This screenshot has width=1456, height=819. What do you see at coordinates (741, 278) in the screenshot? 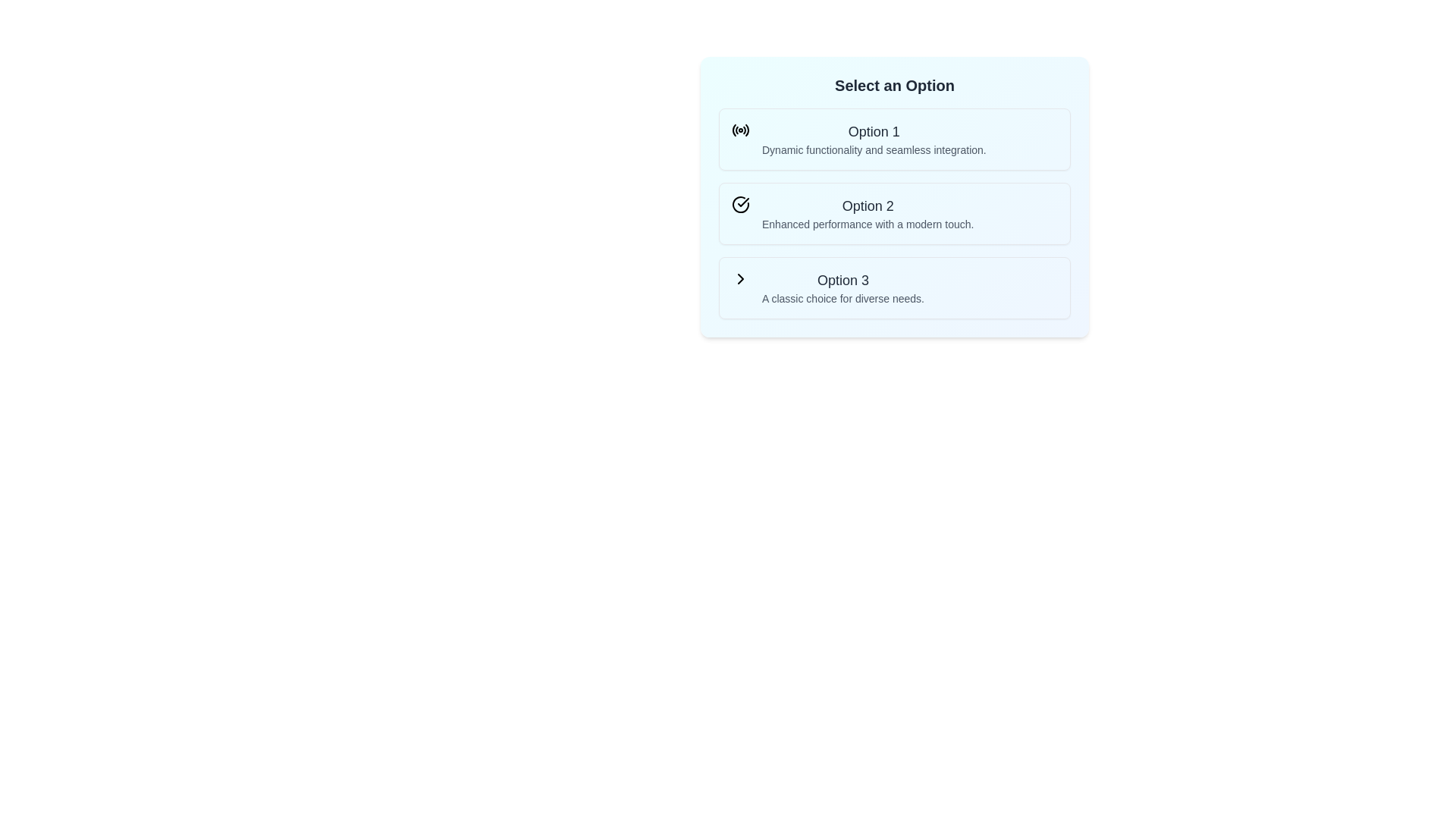
I see `the navigation icon located on the left side of the block labeled 'Option 3: A classic choice for diverse needs.'` at bounding box center [741, 278].